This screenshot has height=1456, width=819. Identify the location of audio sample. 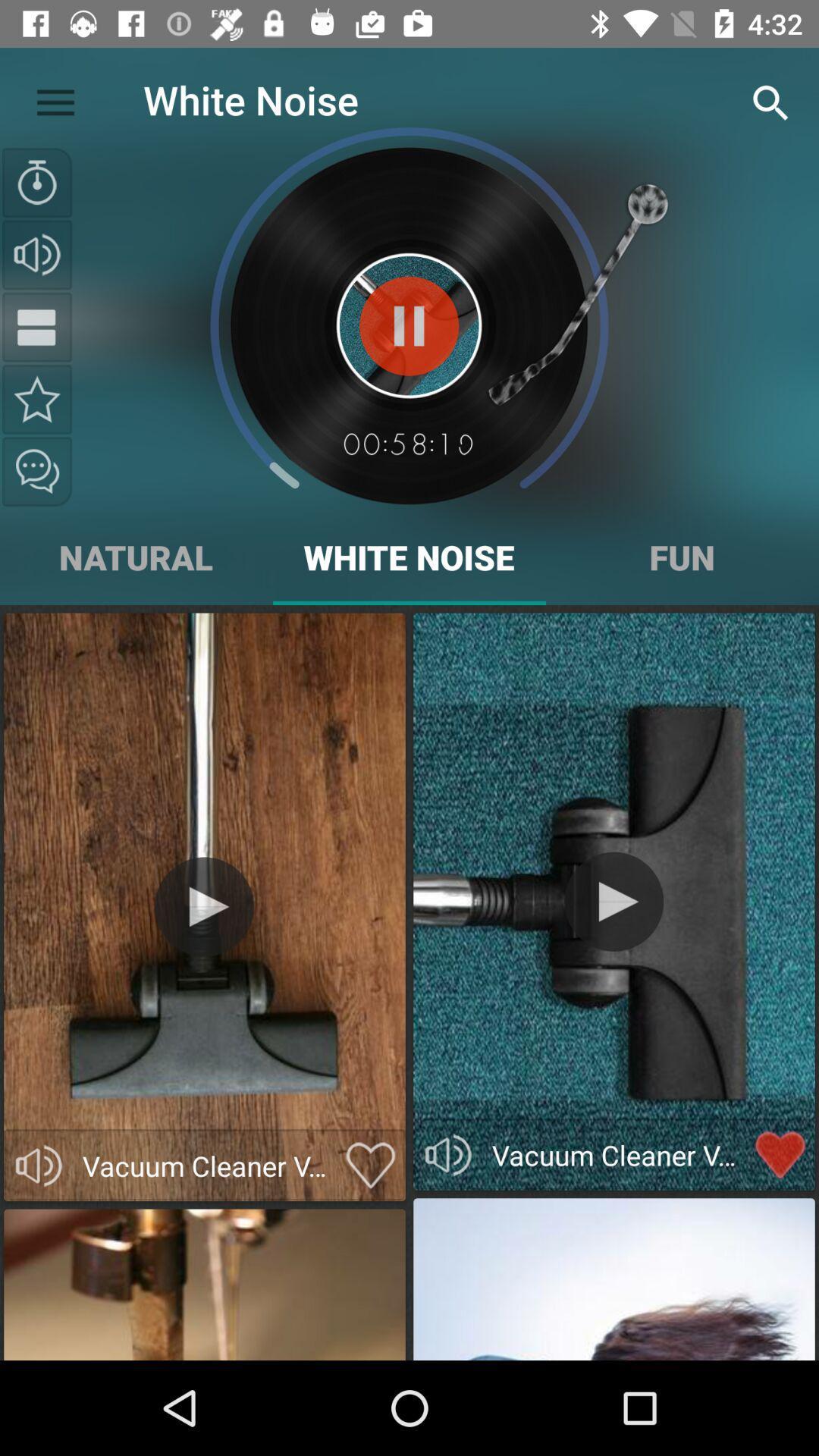
(38, 1165).